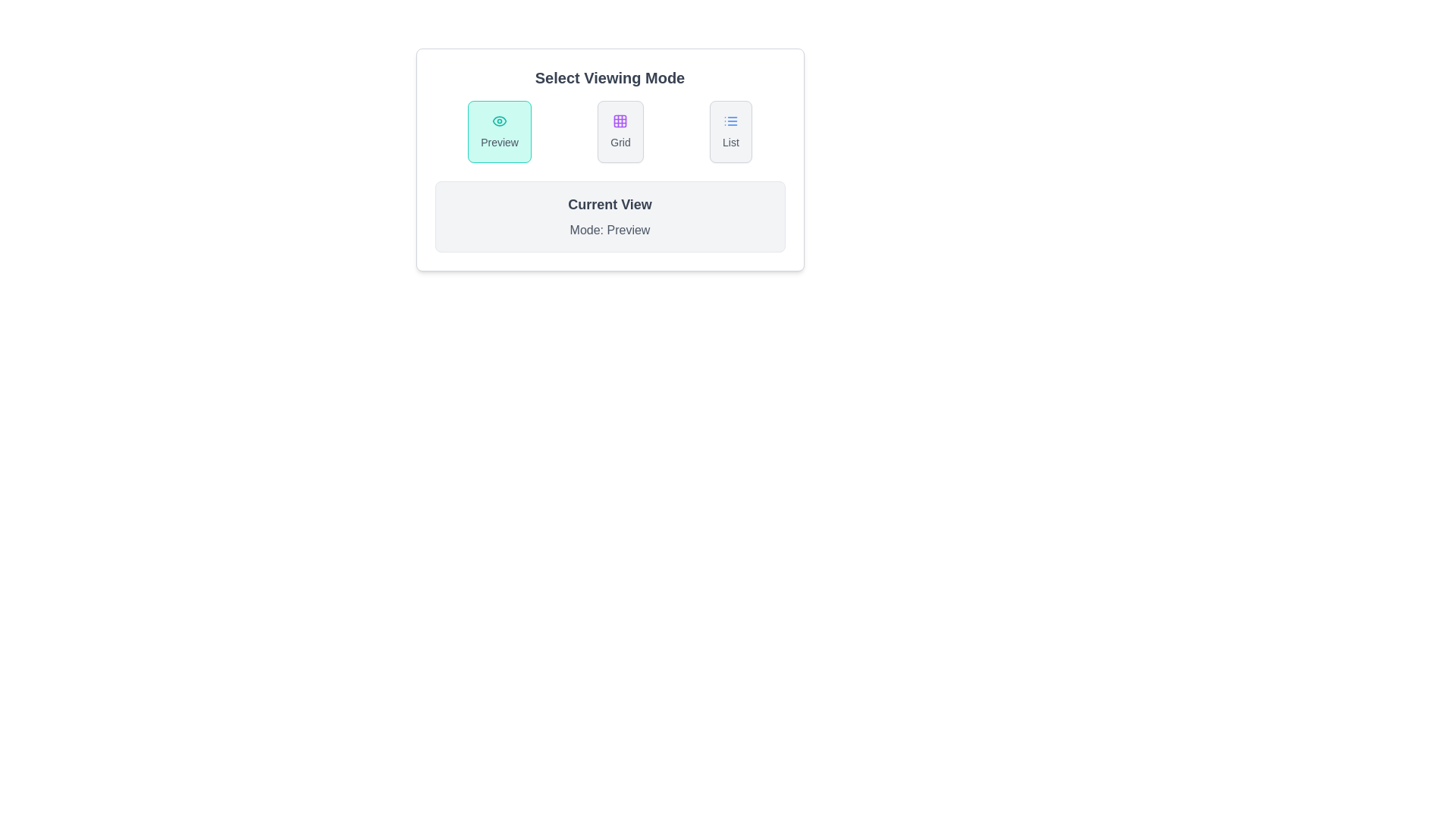 The image size is (1456, 819). I want to click on the purple grid icon, which is the middle button in the view mode selection section, consisting of a square divided into nine smaller squares, so click(620, 120).